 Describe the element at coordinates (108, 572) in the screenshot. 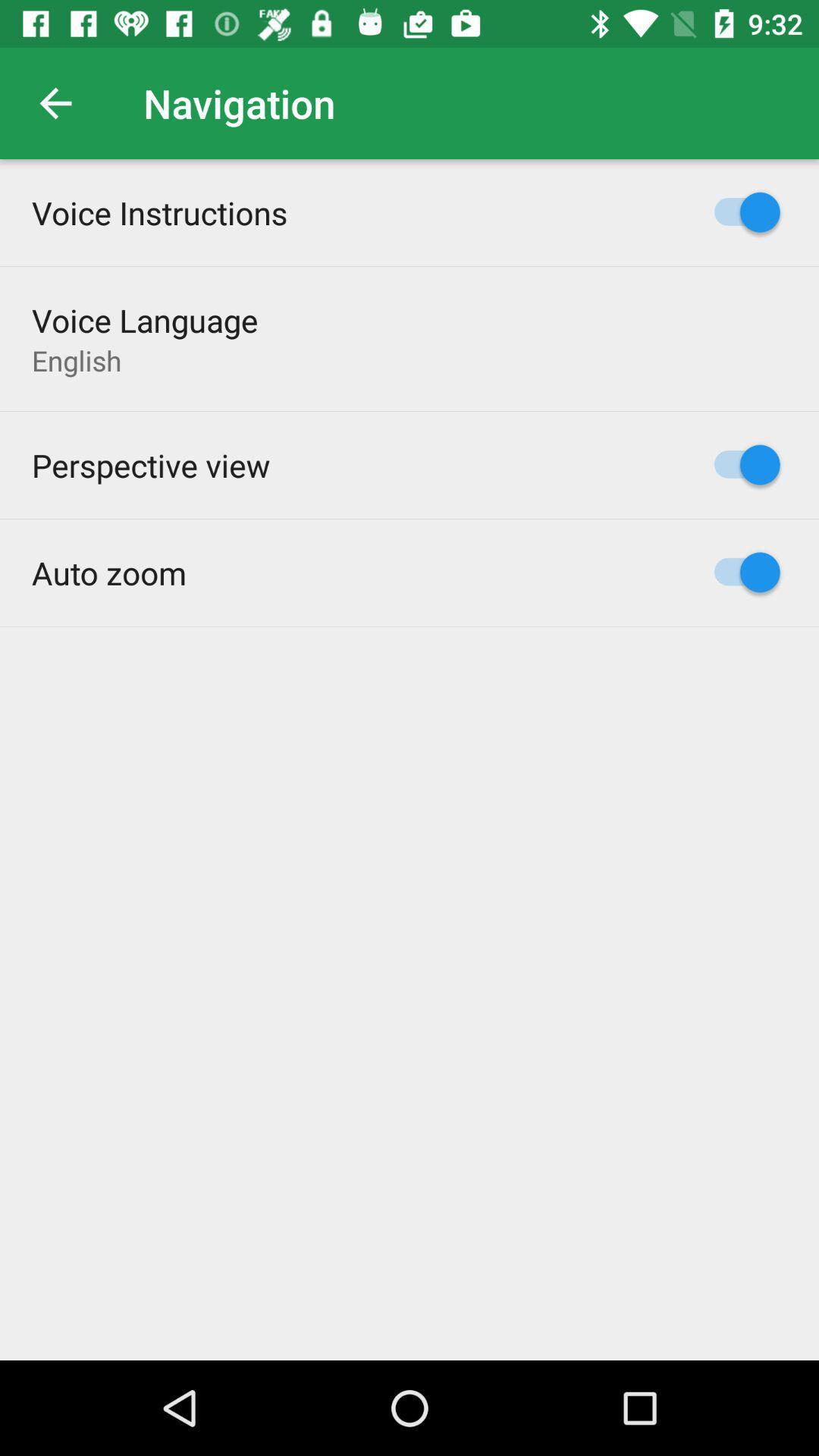

I see `auto zoom item` at that location.